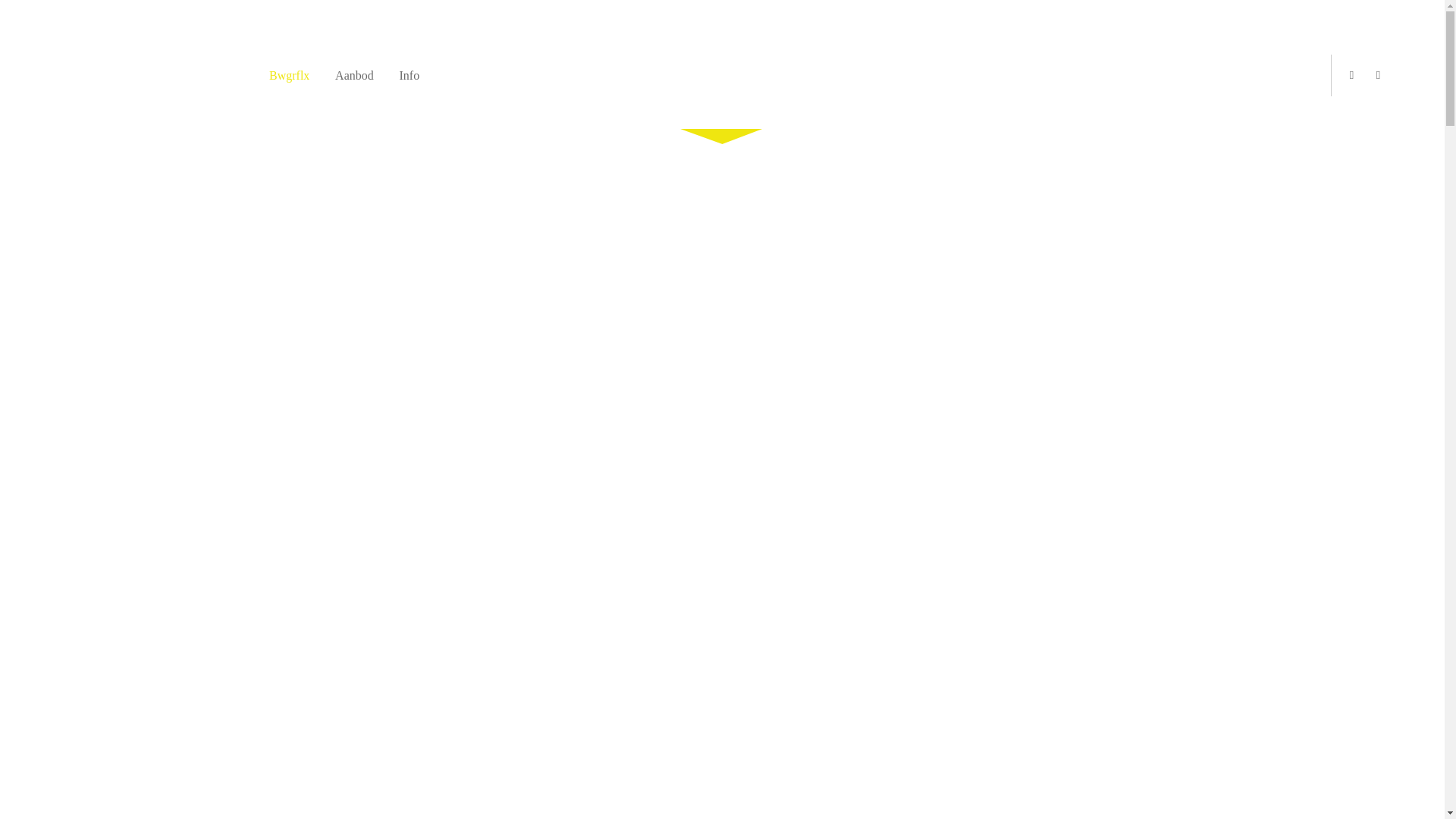 Image resolution: width=1456 pixels, height=819 pixels. I want to click on 'Info', so click(409, 75).